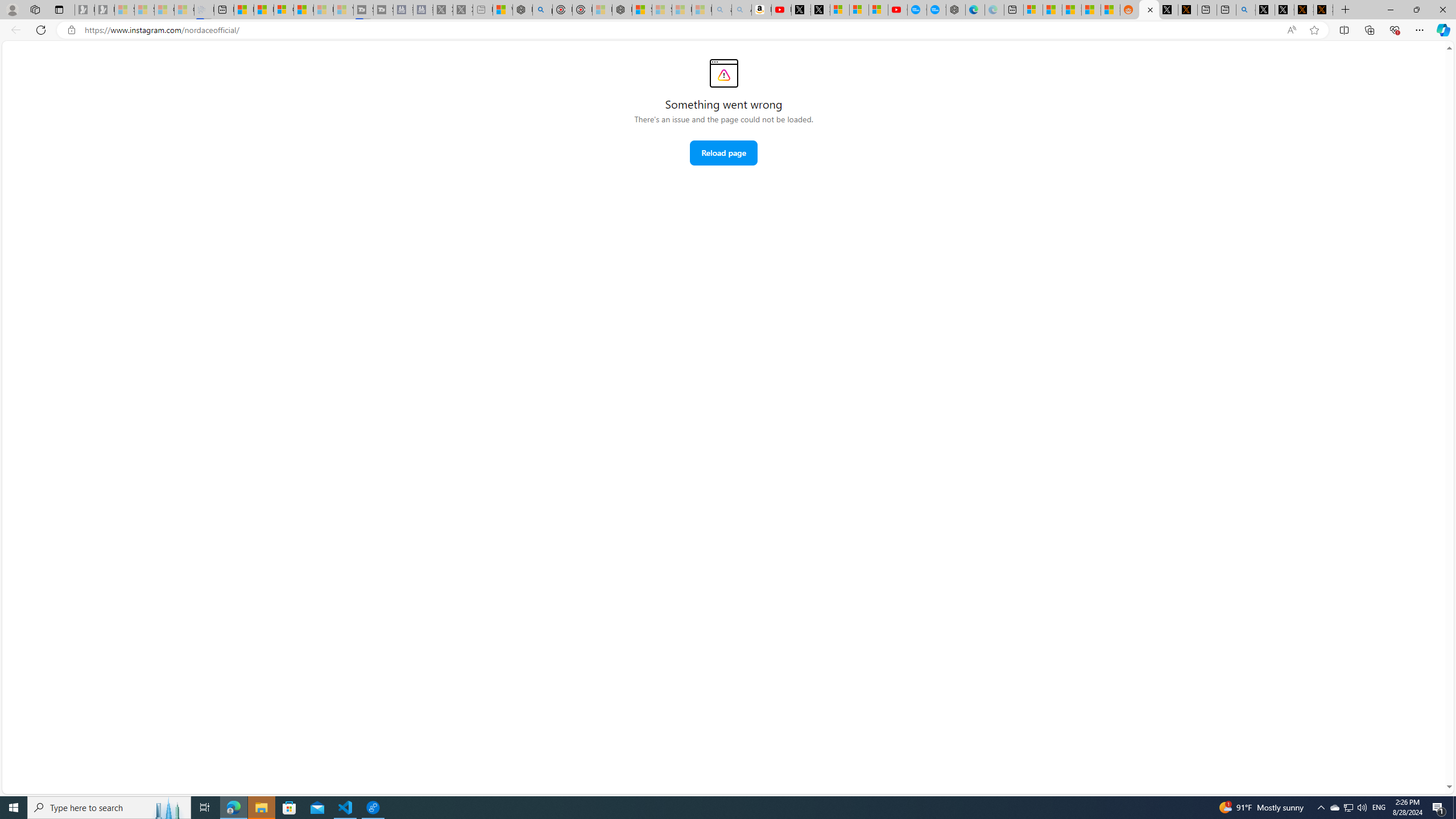 The height and width of the screenshot is (819, 1456). What do you see at coordinates (742, 9) in the screenshot?
I see `'Amazon Echo Dot PNG - Search Images - Sleeping'` at bounding box center [742, 9].